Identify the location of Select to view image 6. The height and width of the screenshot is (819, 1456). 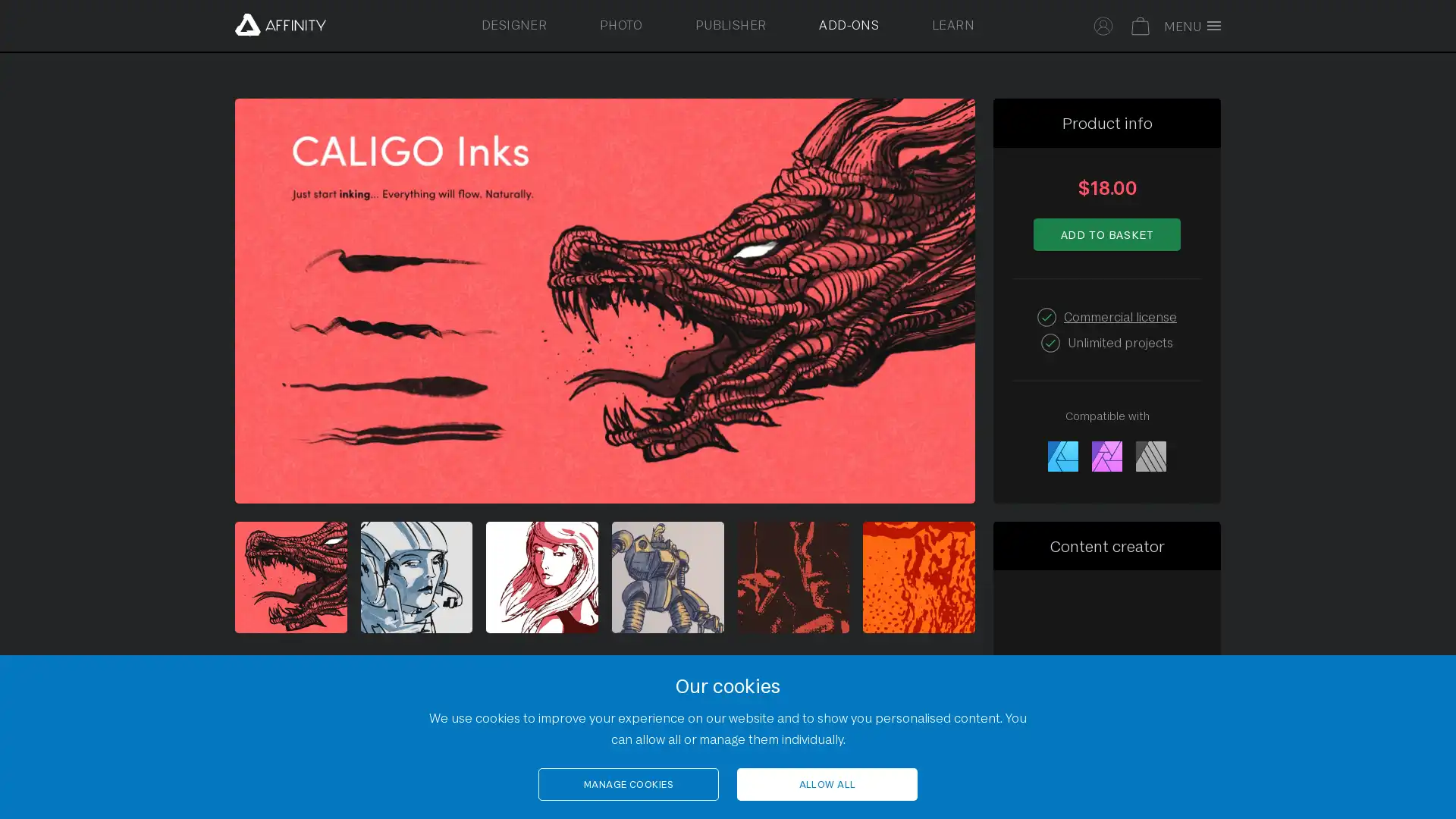
(918, 576).